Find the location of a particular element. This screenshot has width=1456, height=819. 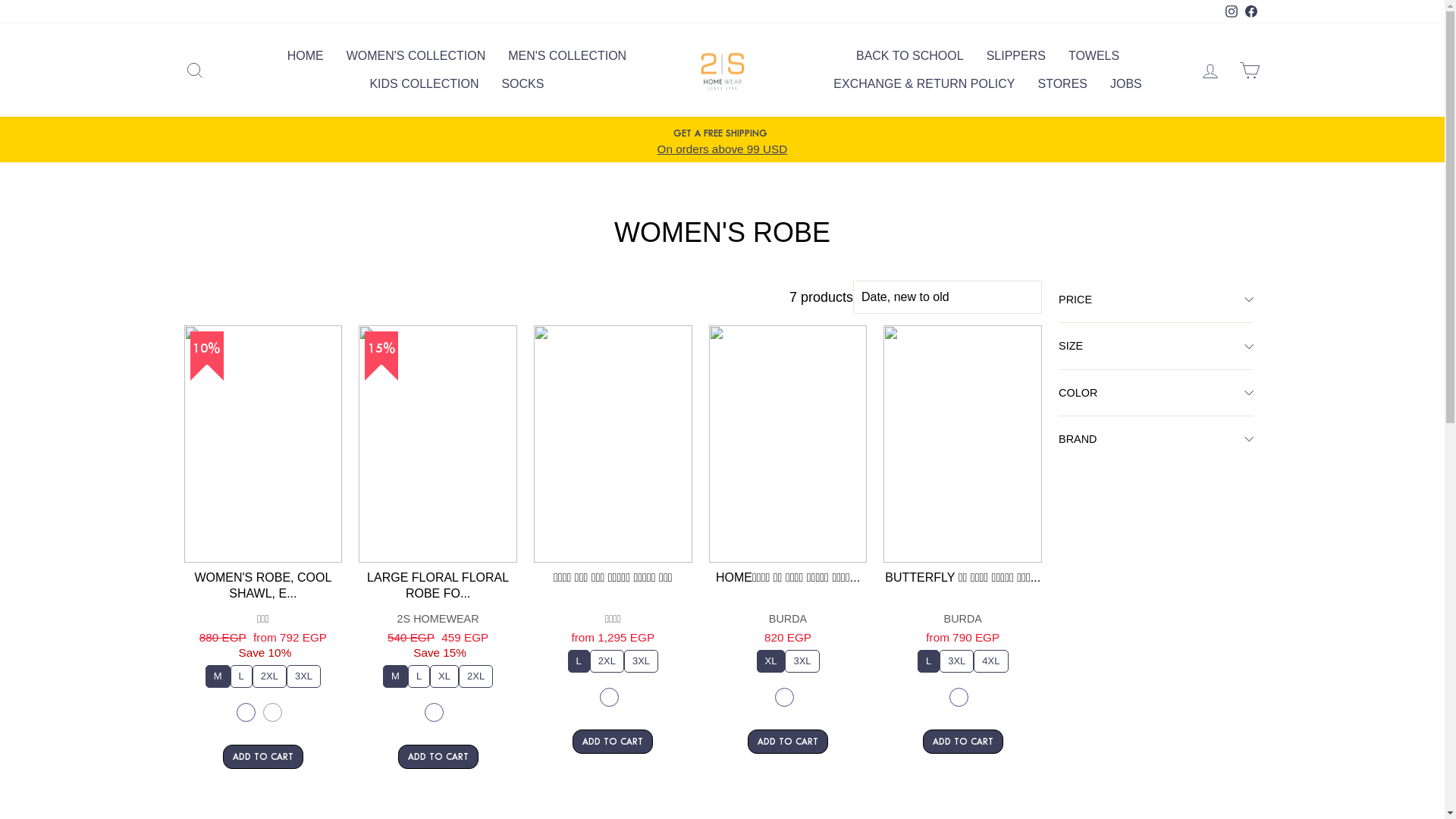

'MEN'S COLLECTION' is located at coordinates (566, 55).